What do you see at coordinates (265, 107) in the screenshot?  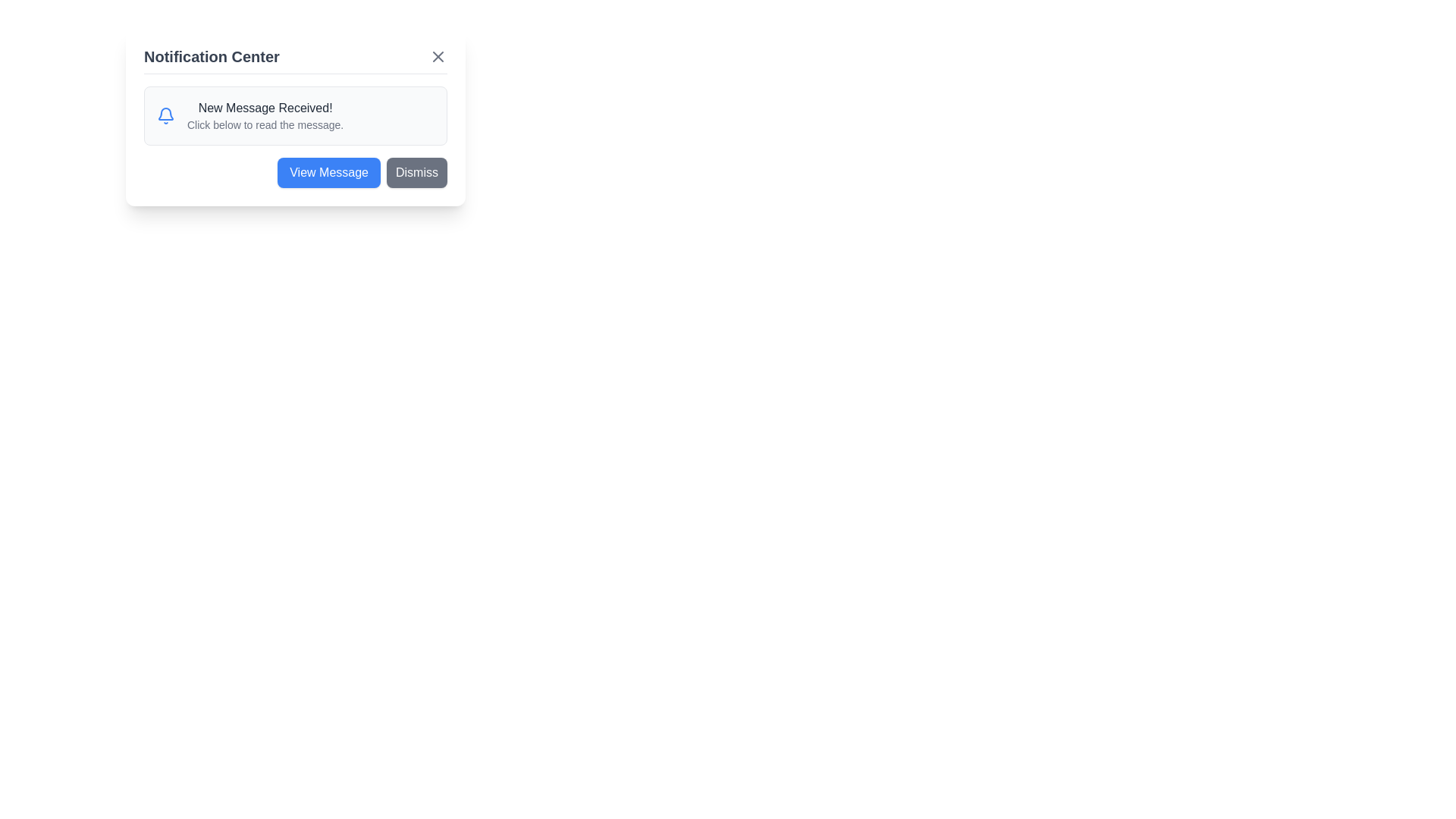 I see `the text label displaying 'New Message Received!' which is prominently placed within a notification box at the top, centered horizontally, and styled in bold dark gray font` at bounding box center [265, 107].